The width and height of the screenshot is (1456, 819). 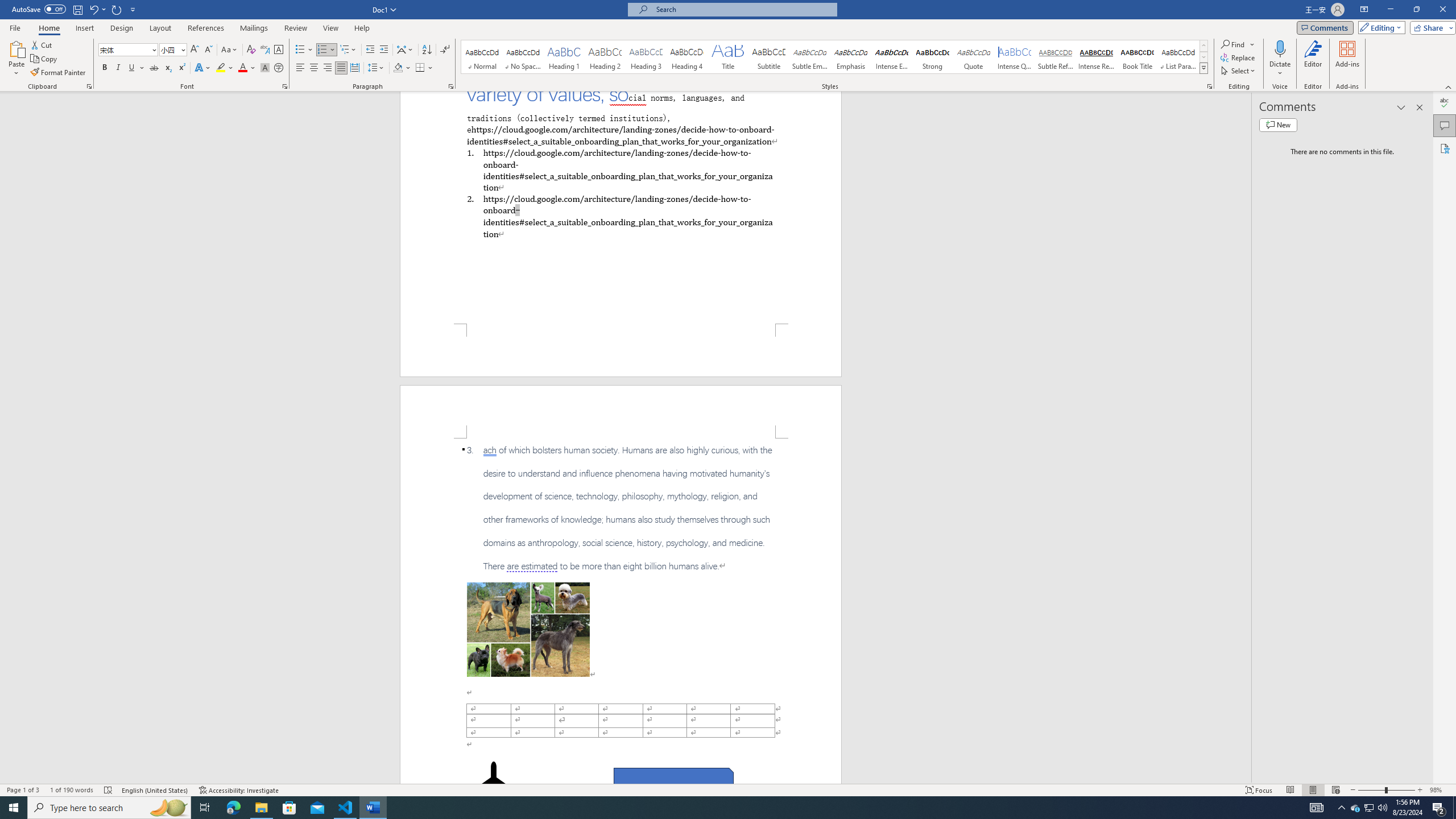 What do you see at coordinates (285, 85) in the screenshot?
I see `'Font...'` at bounding box center [285, 85].